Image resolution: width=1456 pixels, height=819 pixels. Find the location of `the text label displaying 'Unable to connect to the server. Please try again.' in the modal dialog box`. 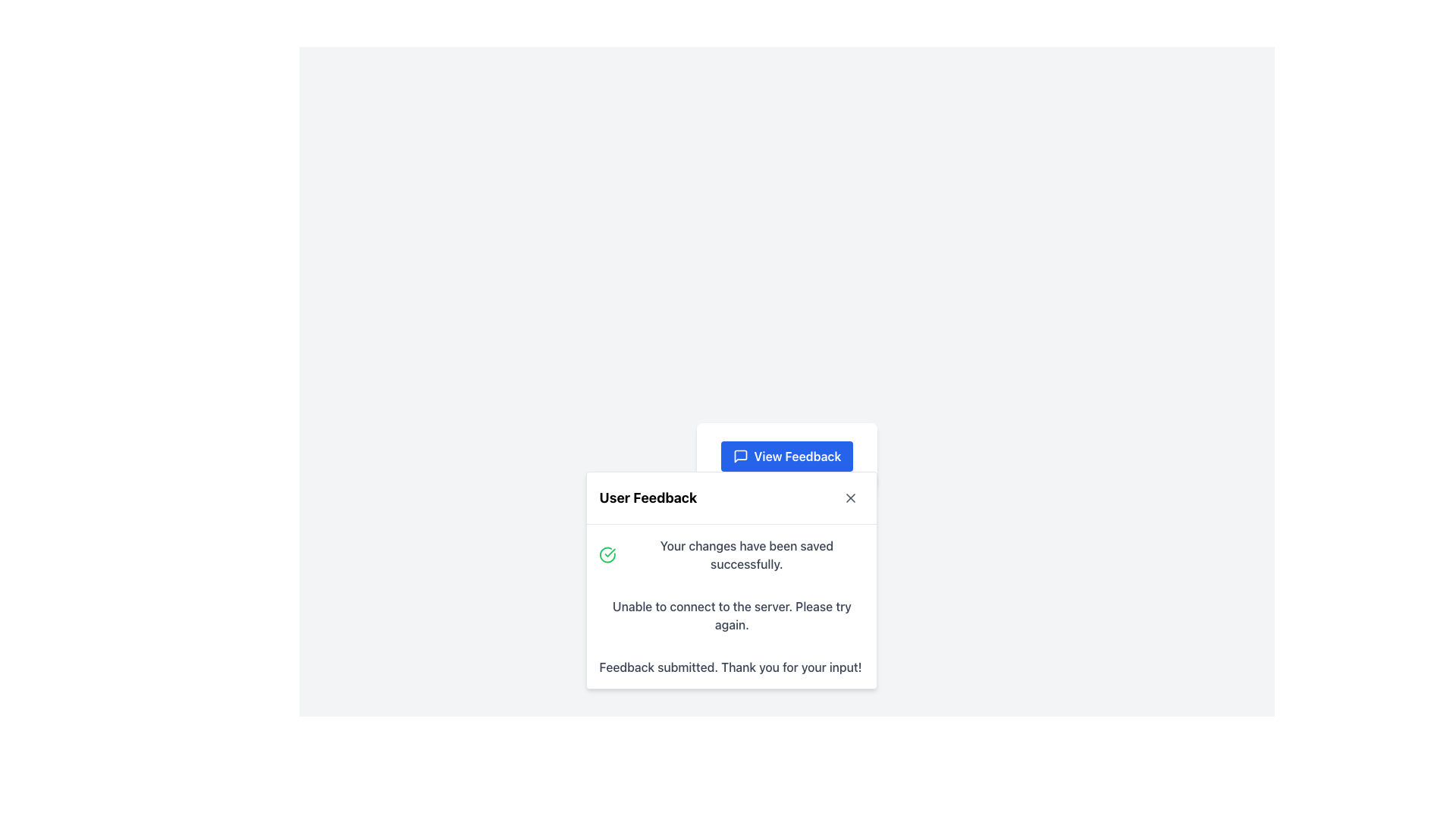

the text label displaying 'Unable to connect to the server. Please try again.' in the modal dialog box is located at coordinates (732, 616).